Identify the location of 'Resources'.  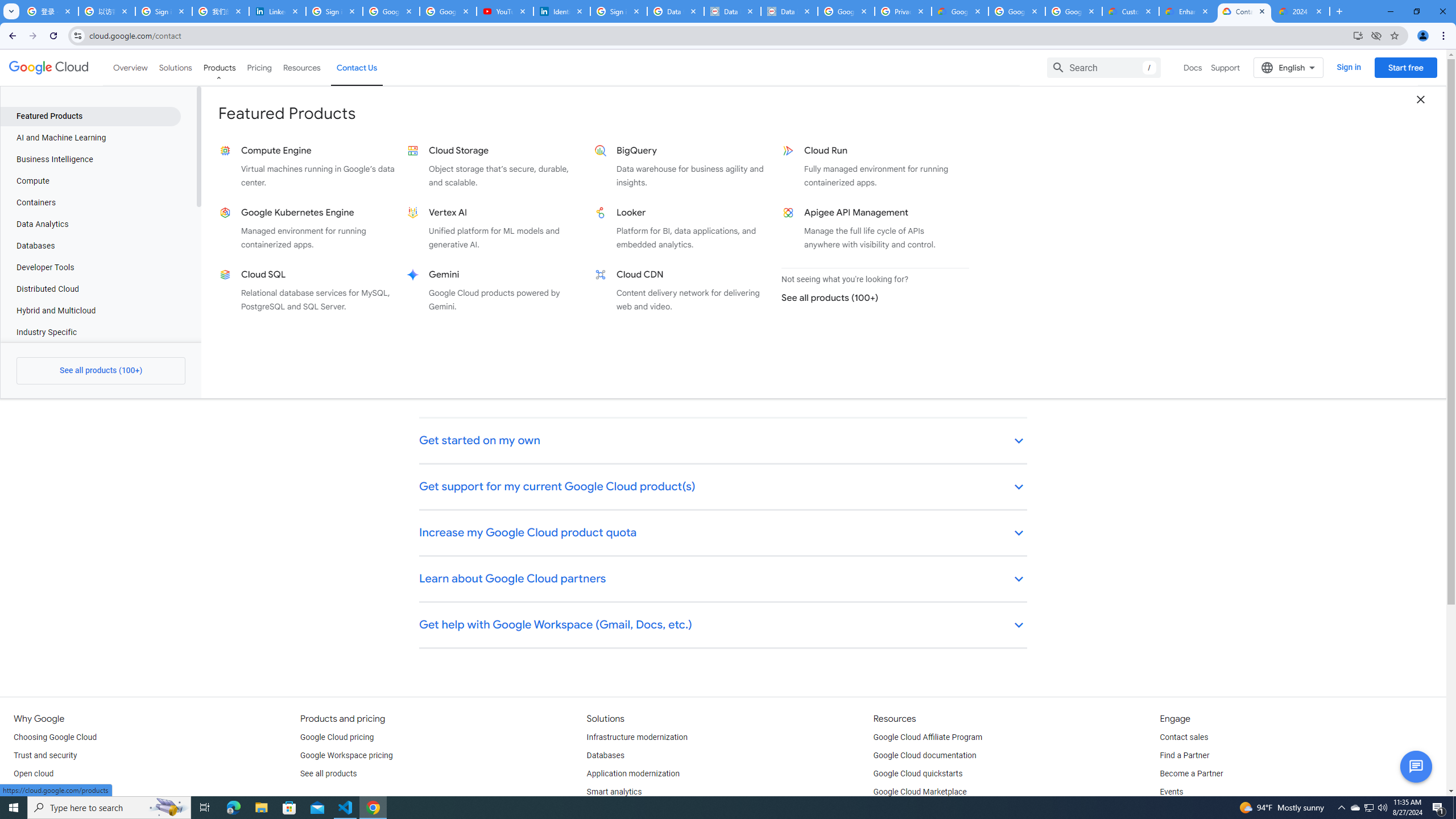
(301, 67).